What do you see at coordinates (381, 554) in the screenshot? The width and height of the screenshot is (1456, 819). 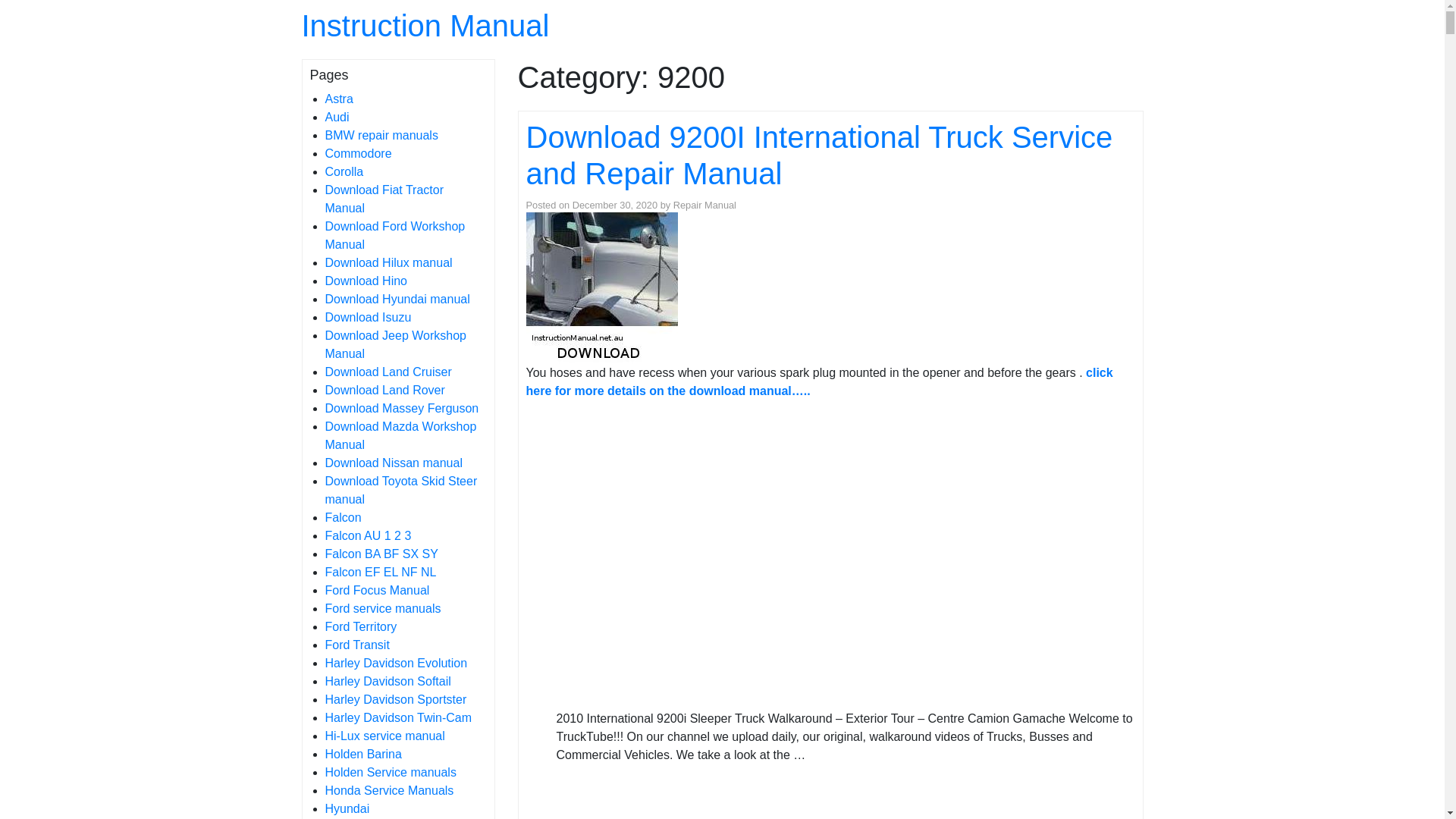 I see `'Falcon BA BF SX SY'` at bounding box center [381, 554].